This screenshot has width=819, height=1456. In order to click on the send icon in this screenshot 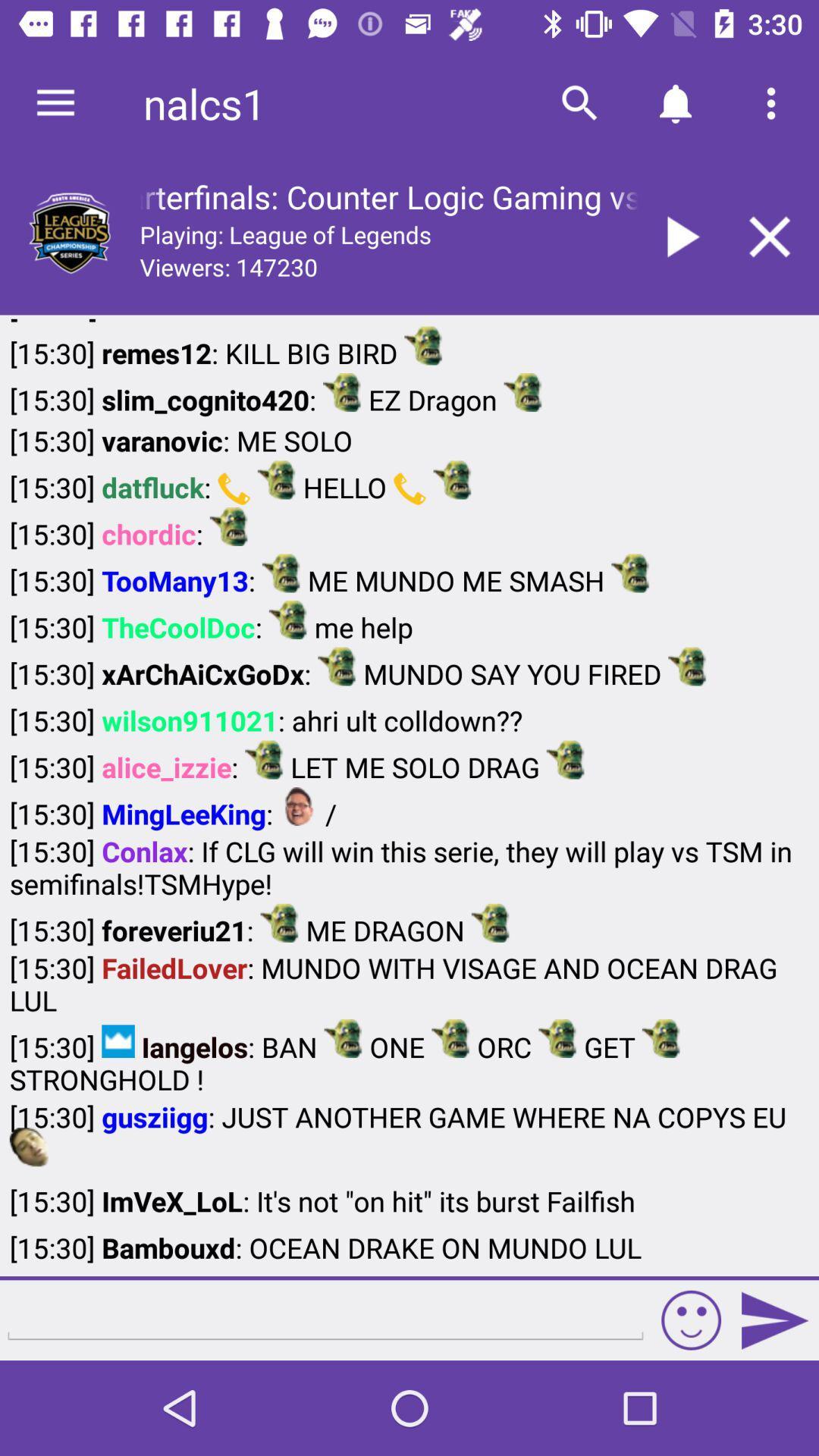, I will do `click(775, 1319)`.